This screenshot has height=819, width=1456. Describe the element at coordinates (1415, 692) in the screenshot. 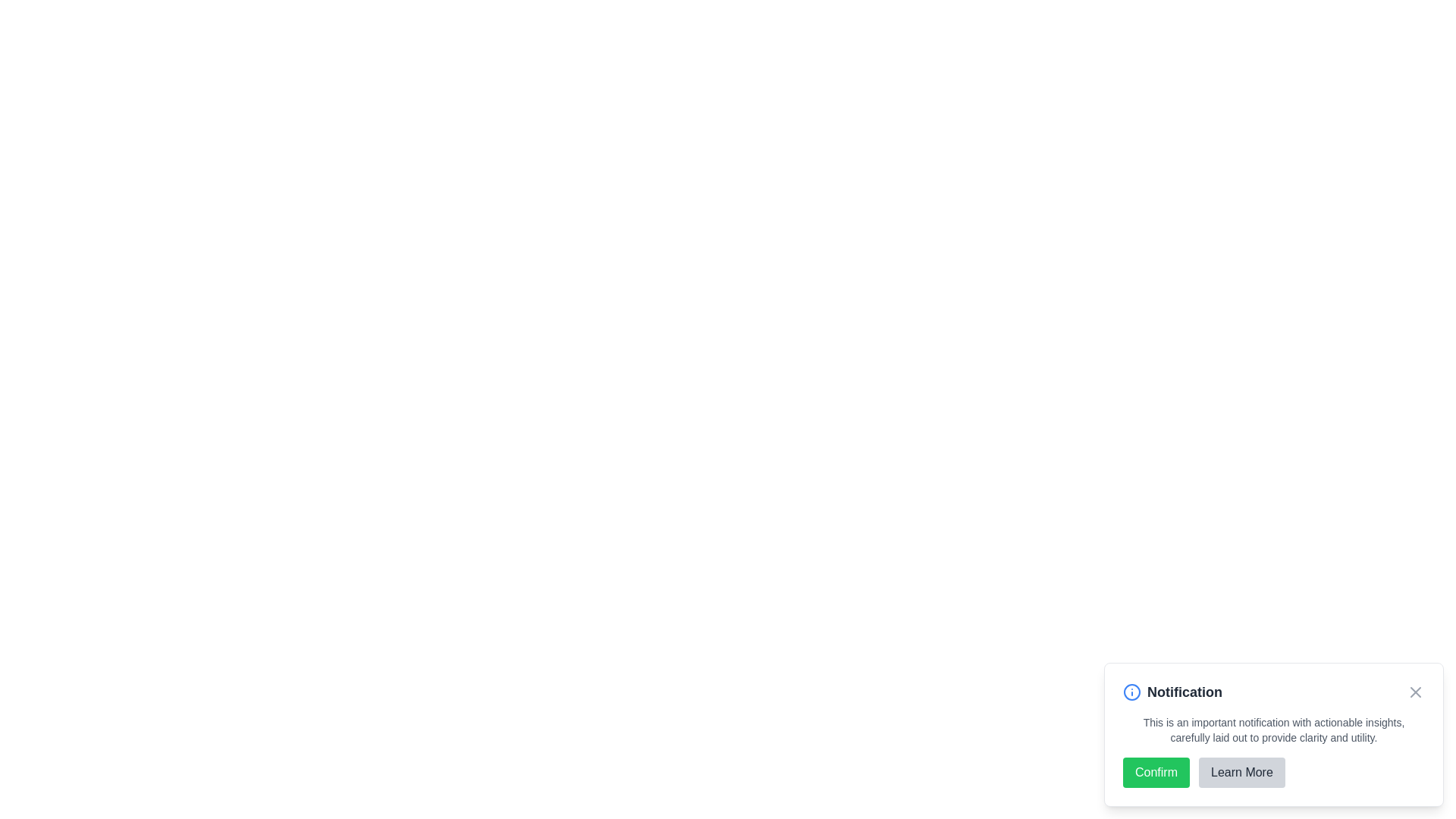

I see `the 'X' button in the top-right corner of the notification box` at that location.